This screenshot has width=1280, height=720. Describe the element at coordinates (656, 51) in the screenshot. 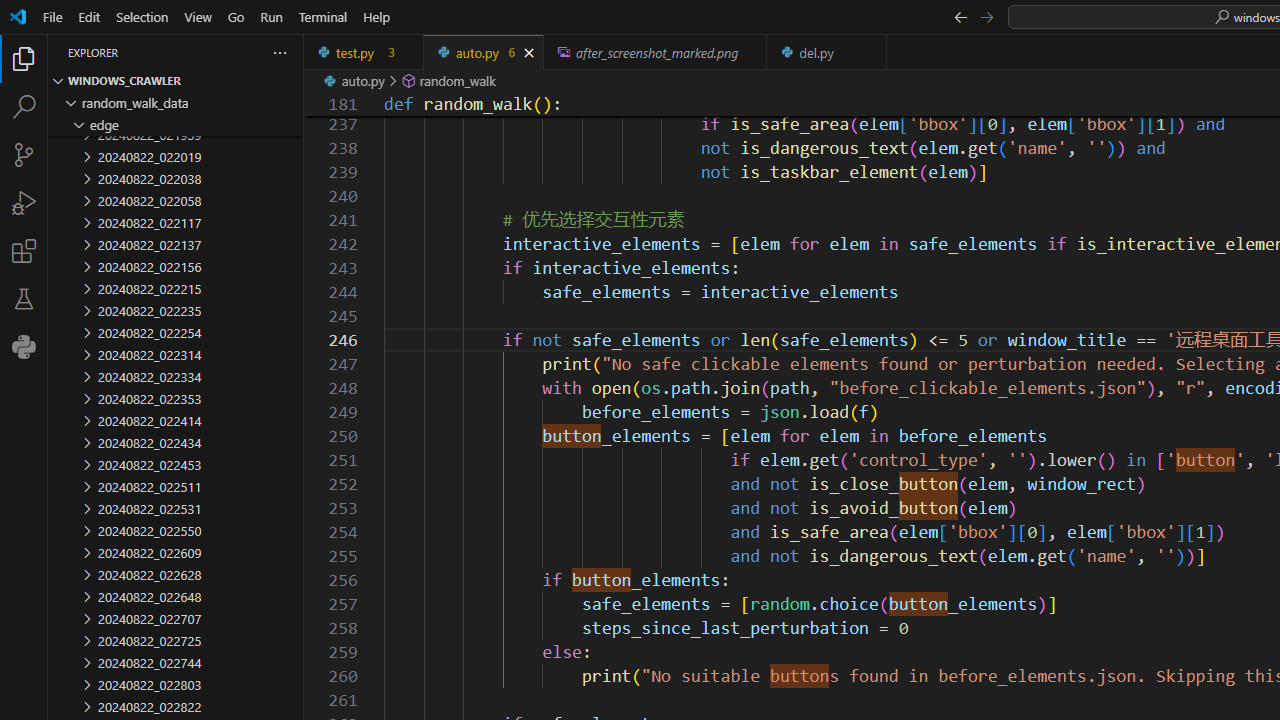

I see `'after_screenshot_marked.png, preview'` at that location.